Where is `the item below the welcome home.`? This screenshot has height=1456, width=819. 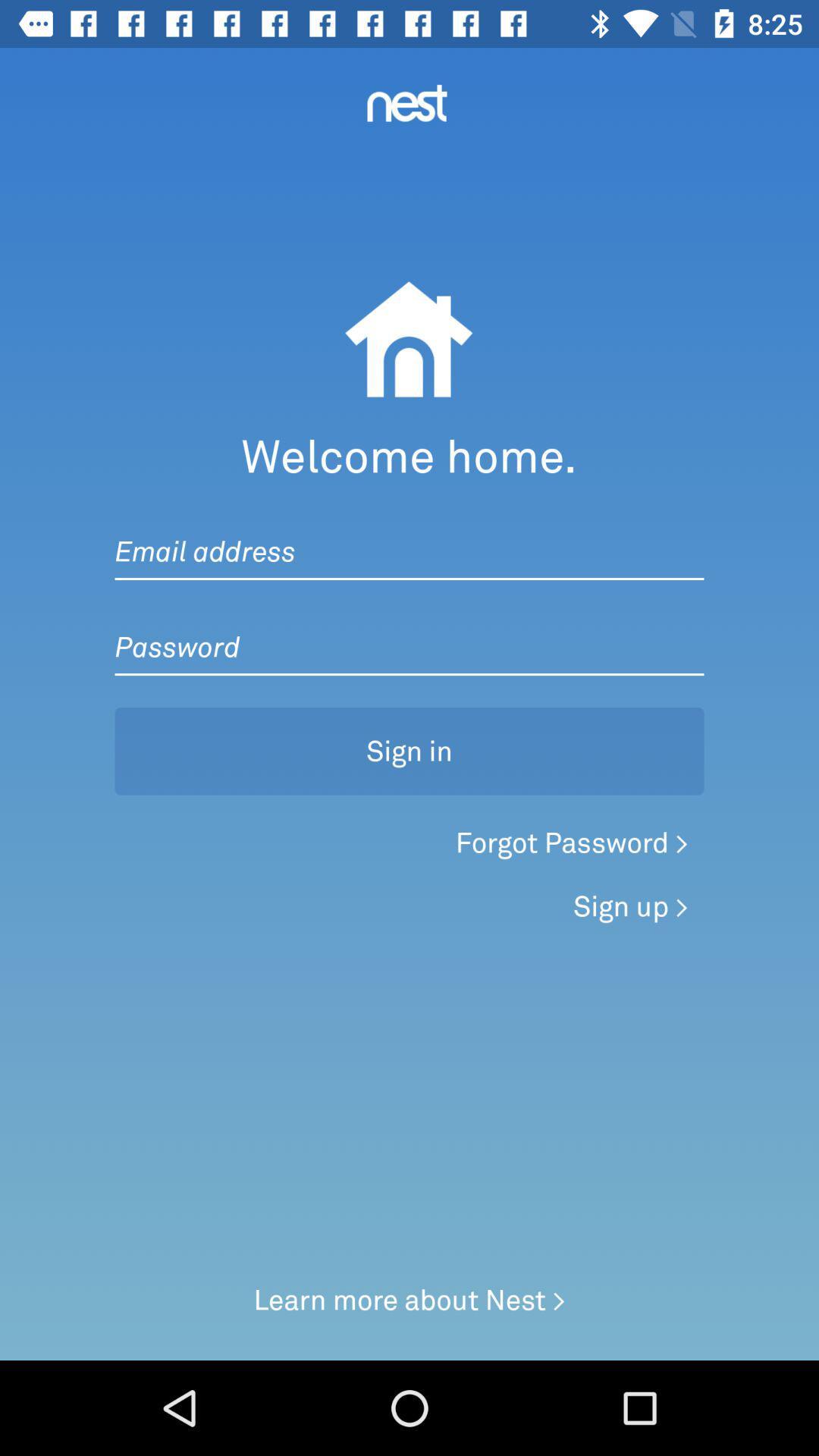 the item below the welcome home. is located at coordinates (409, 536).